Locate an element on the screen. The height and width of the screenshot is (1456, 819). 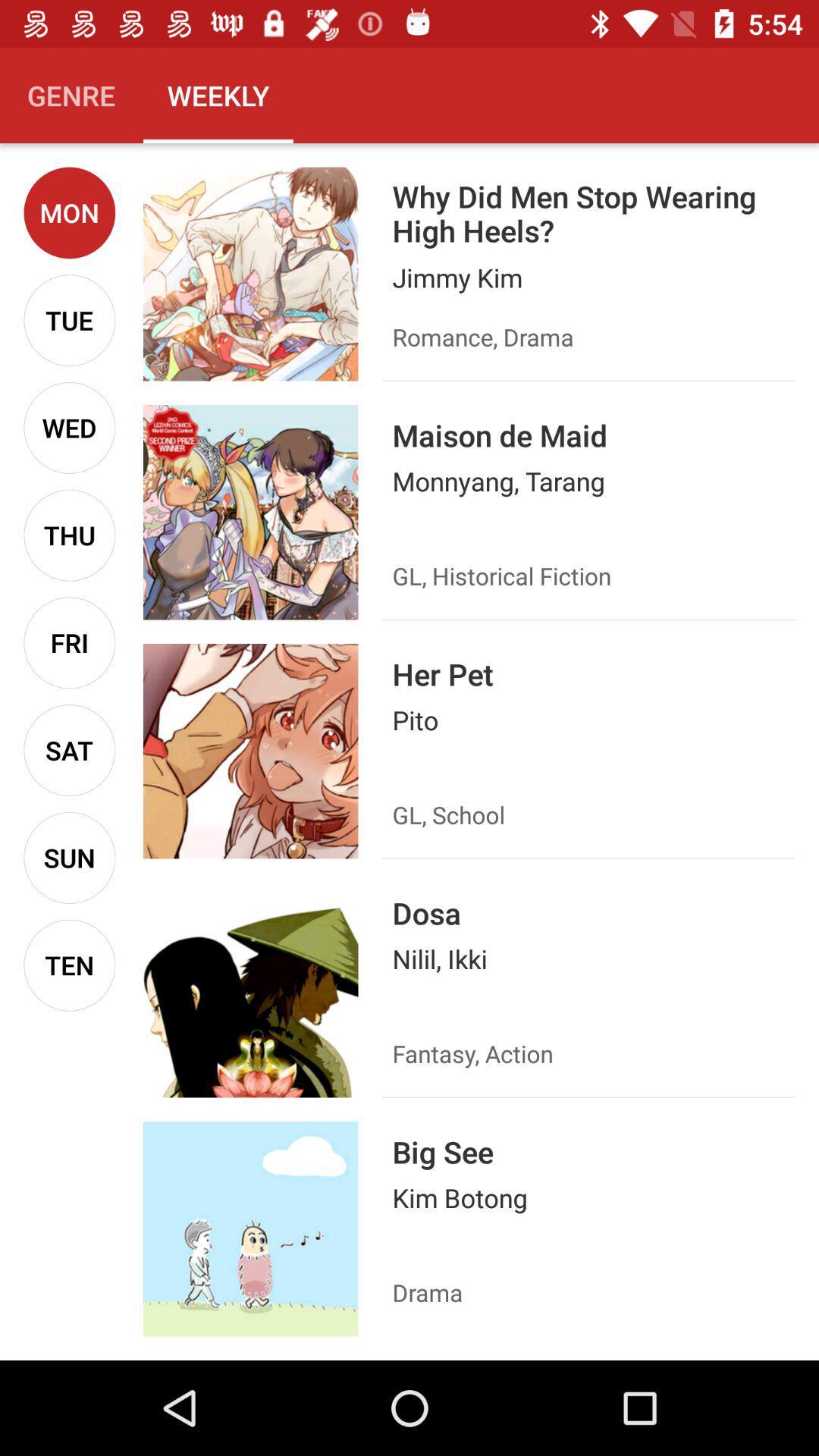
icon above thu item is located at coordinates (69, 427).